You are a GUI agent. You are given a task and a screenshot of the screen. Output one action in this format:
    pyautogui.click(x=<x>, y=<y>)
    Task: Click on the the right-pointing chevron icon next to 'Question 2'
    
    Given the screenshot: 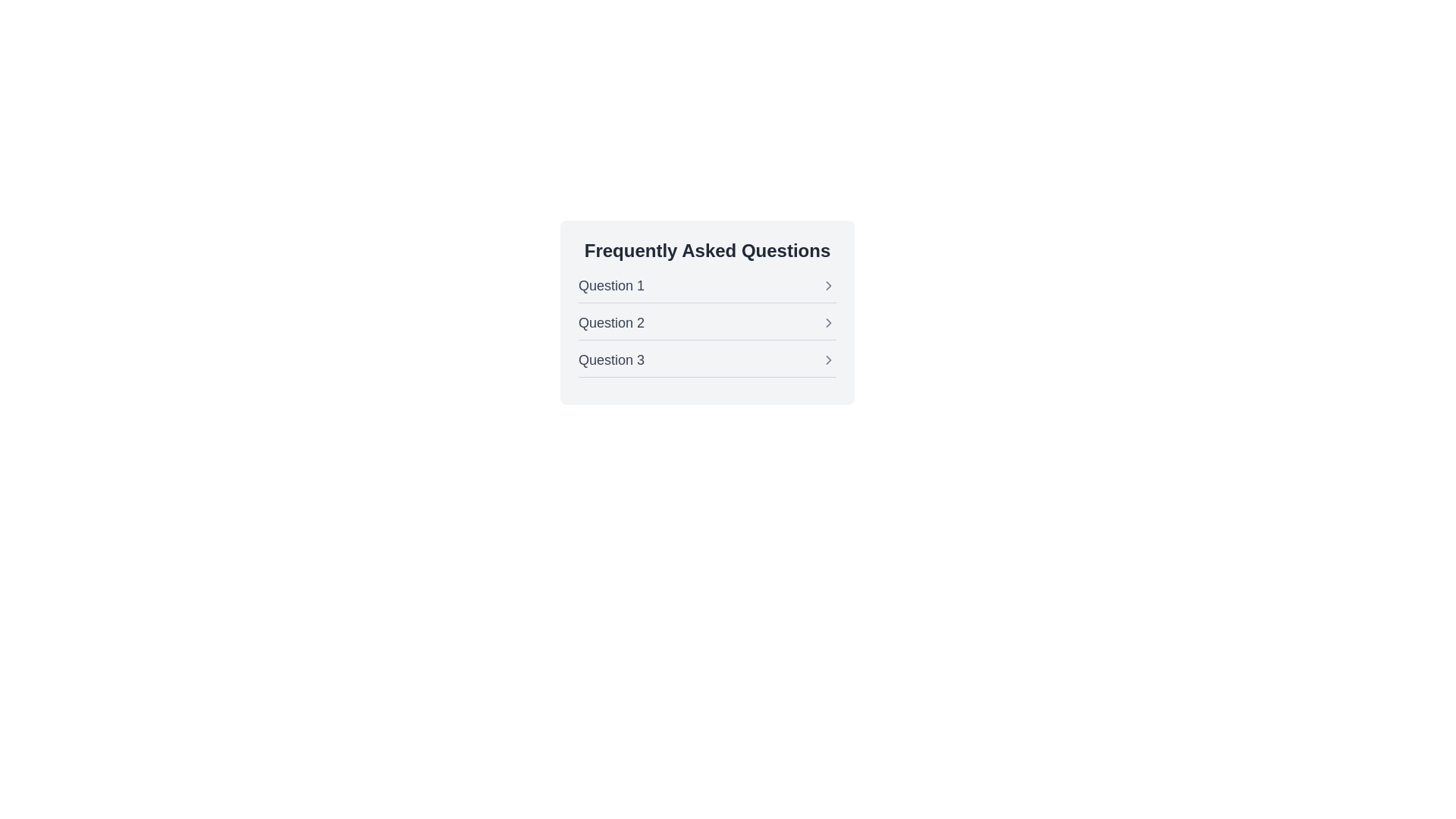 What is the action you would take?
    pyautogui.click(x=828, y=322)
    